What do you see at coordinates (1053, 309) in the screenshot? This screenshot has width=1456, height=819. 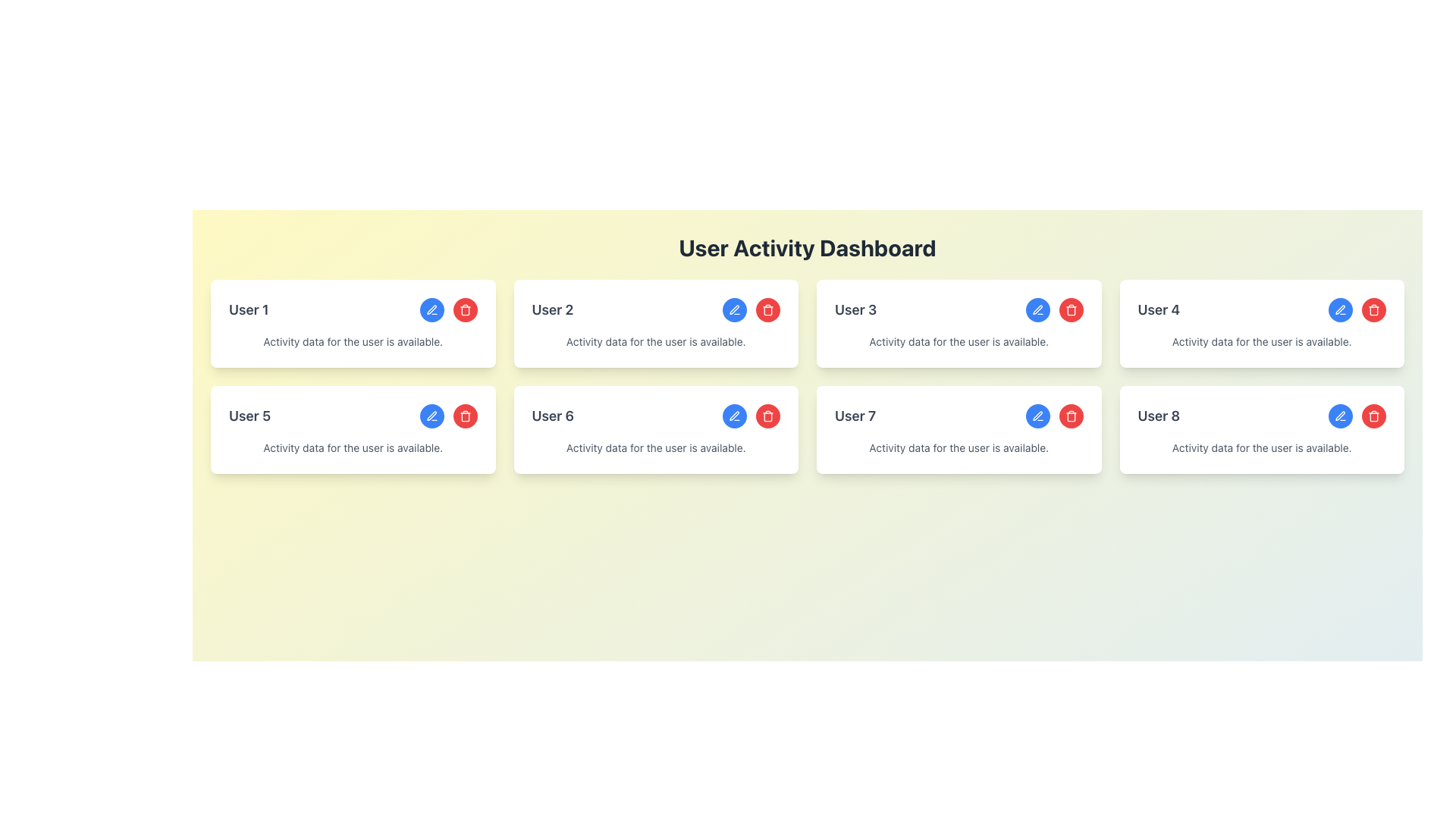 I see `the blue pen icon within the horizontal group of icons in the 'User 3' card section to initiate an edit action` at bounding box center [1053, 309].